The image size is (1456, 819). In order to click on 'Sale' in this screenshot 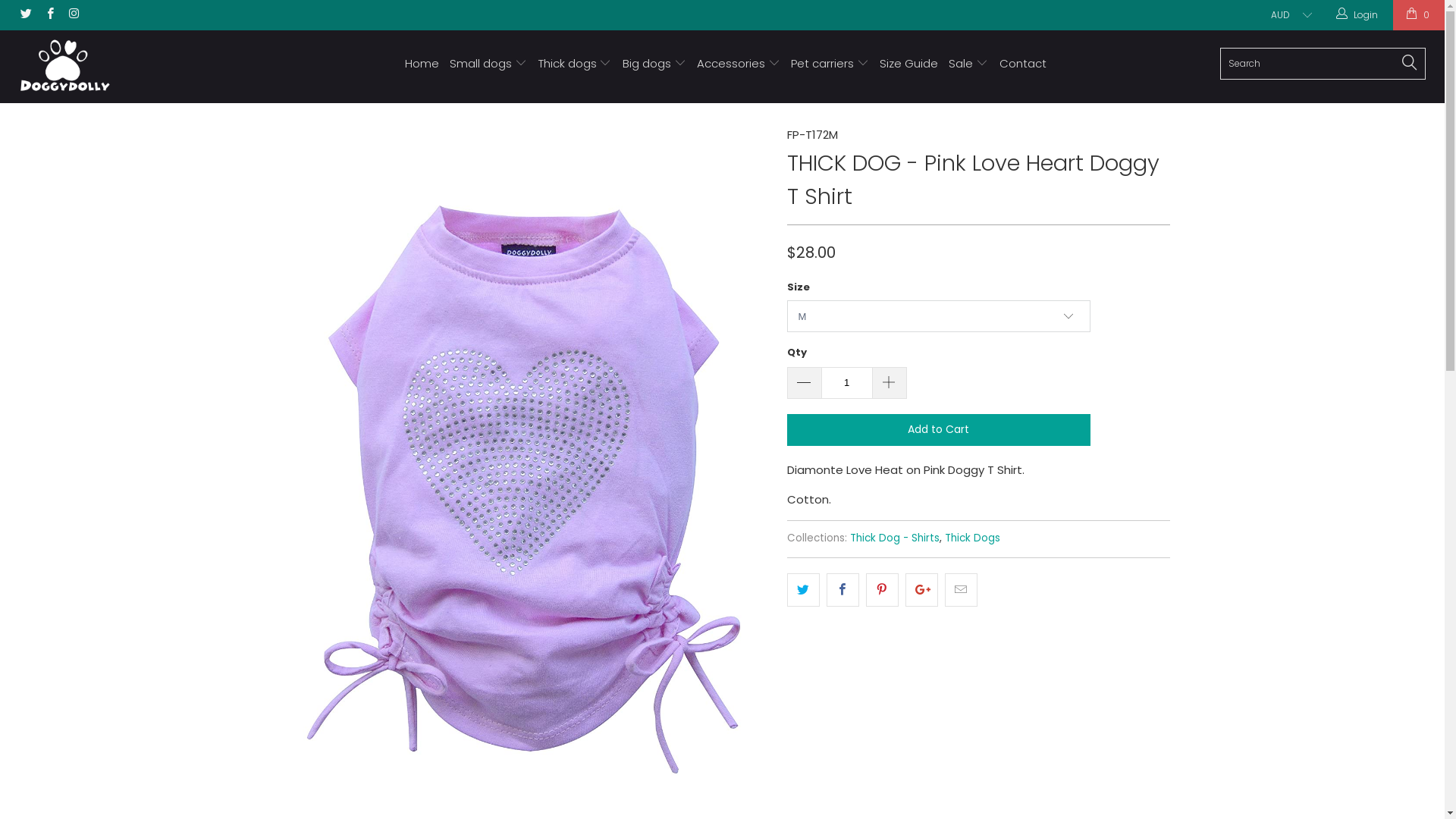, I will do `click(967, 63)`.